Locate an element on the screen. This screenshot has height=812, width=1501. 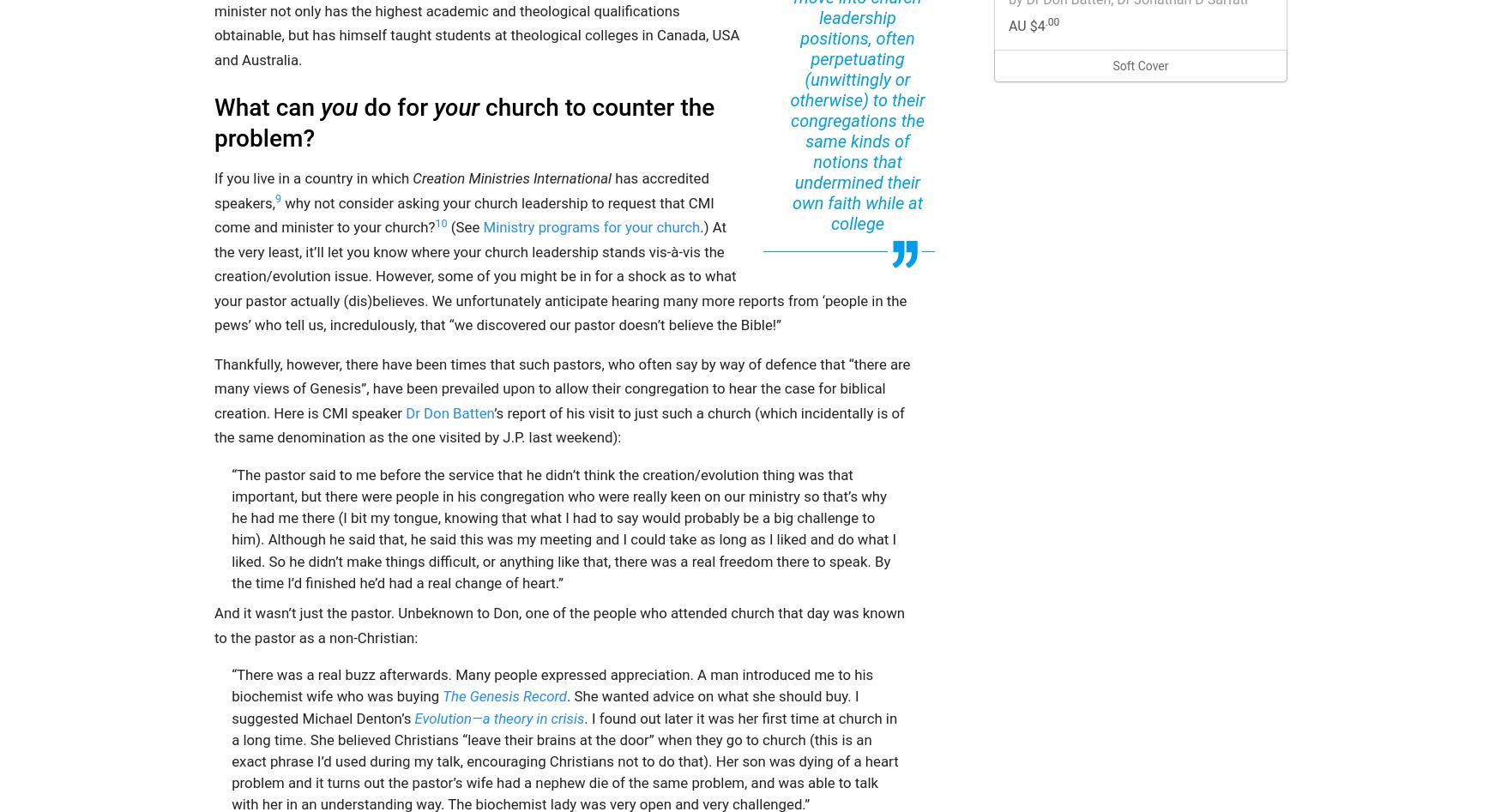
'.)
At the very least, it’ll let you know where your church leadership stands
vis-à-vis the creation/evolution issue. However, some of you might be in
for a shock as to what your pastor actually (dis)believes. We unfortunately anticipate
hearing many more reports from ‘people in the pews’ who tell us, incredulously,
that “we discovered our pastor doesn’t believe the Bible!”' is located at coordinates (214, 274).